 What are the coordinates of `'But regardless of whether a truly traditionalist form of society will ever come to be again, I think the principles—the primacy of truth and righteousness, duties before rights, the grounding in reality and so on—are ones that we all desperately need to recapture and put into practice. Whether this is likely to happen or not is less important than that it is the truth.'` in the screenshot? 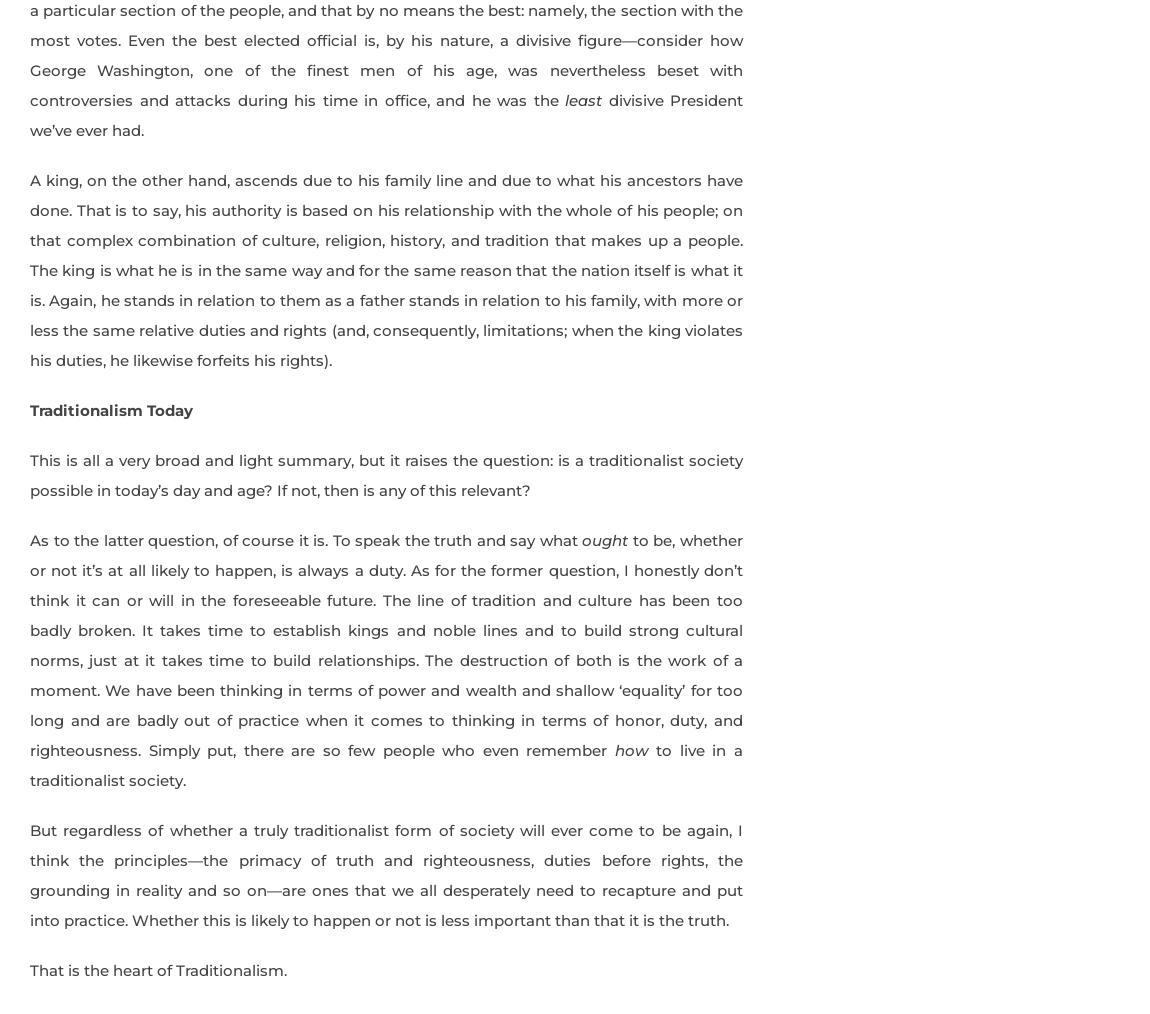 It's located at (386, 873).